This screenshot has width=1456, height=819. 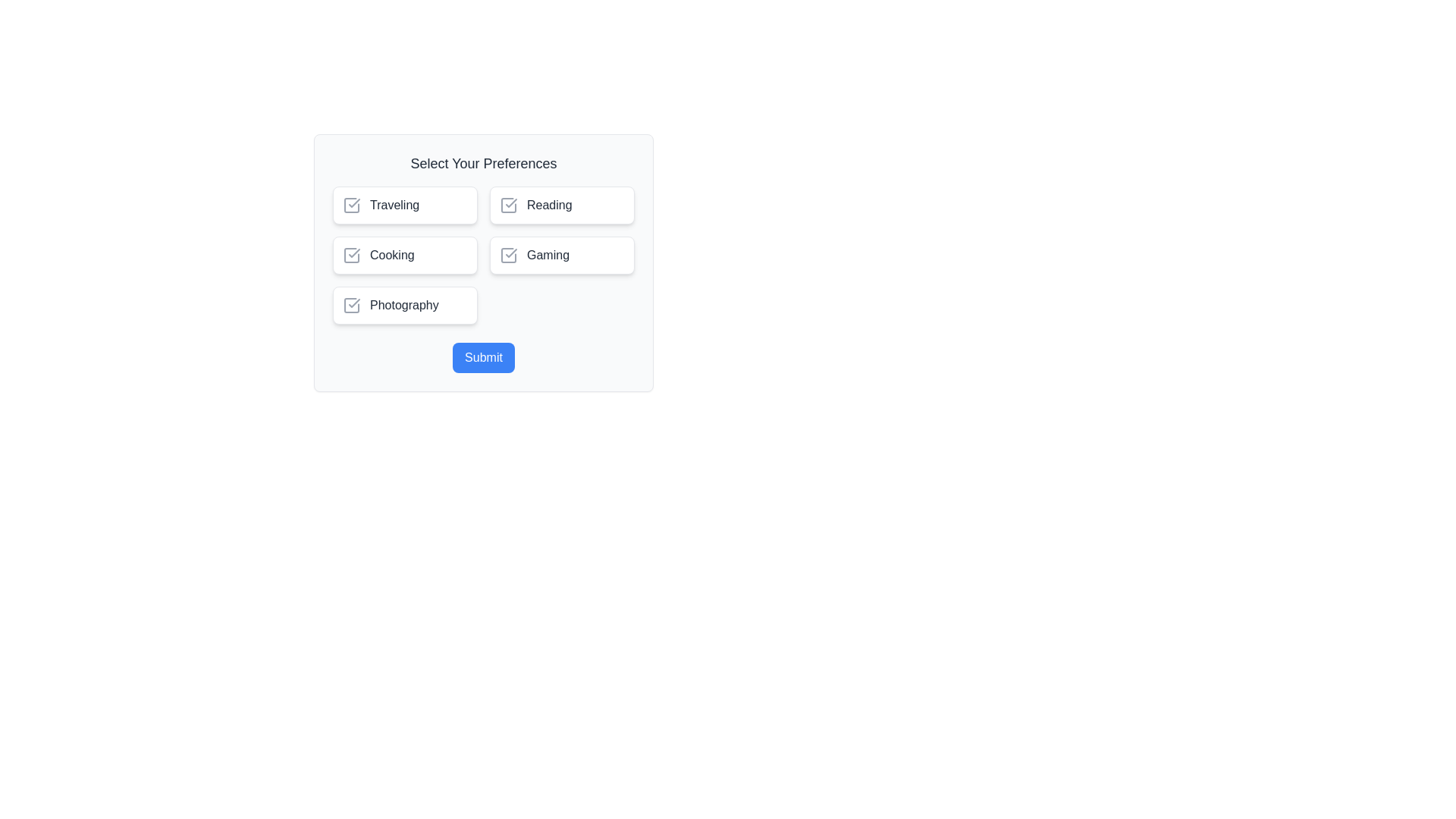 What do you see at coordinates (405, 205) in the screenshot?
I see `the checkbox for 'Traveling'` at bounding box center [405, 205].